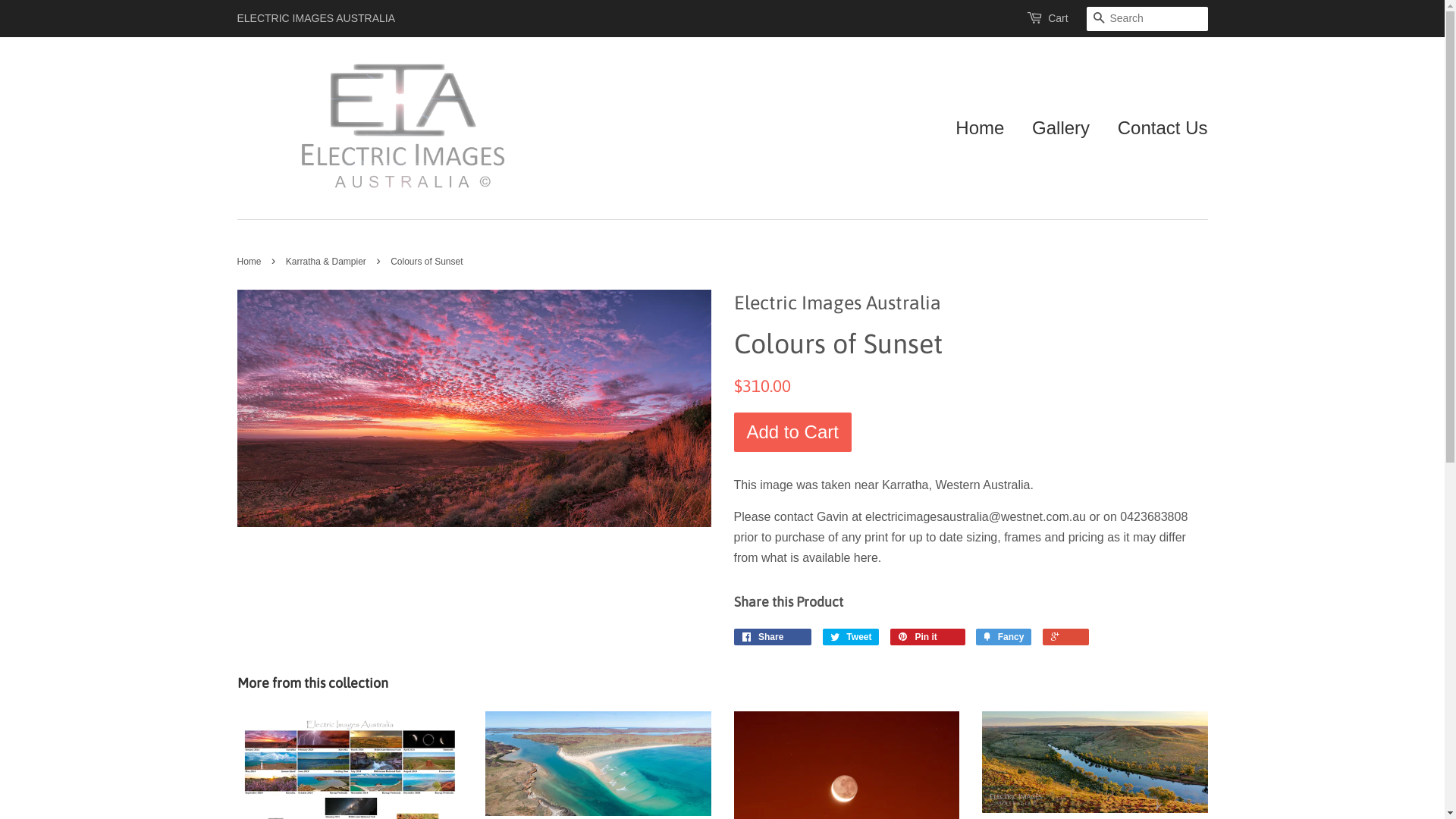 The width and height of the screenshot is (1456, 819). Describe the element at coordinates (1003, 637) in the screenshot. I see `'Fancy'` at that location.